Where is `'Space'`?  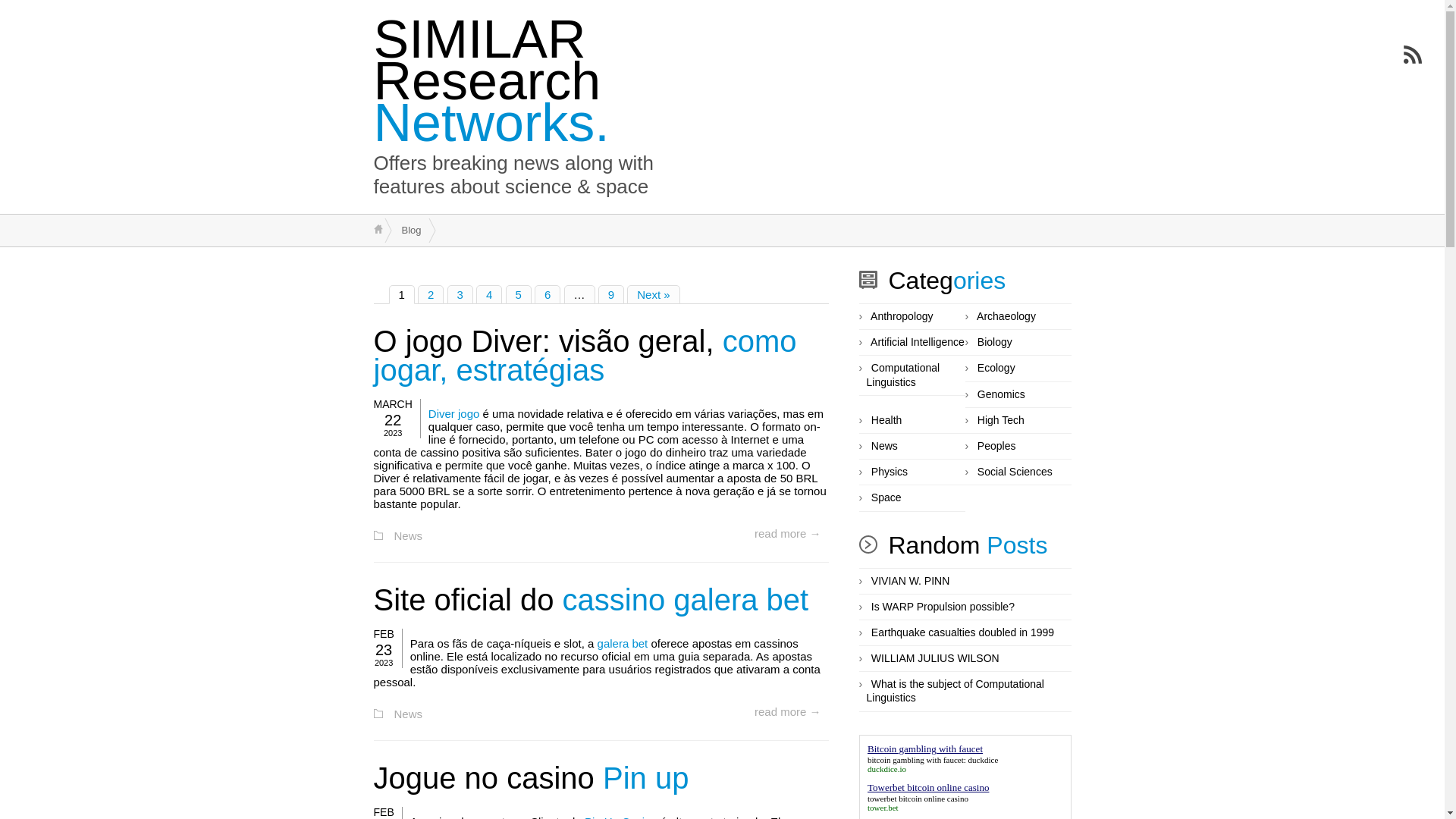
'Space' is located at coordinates (871, 497).